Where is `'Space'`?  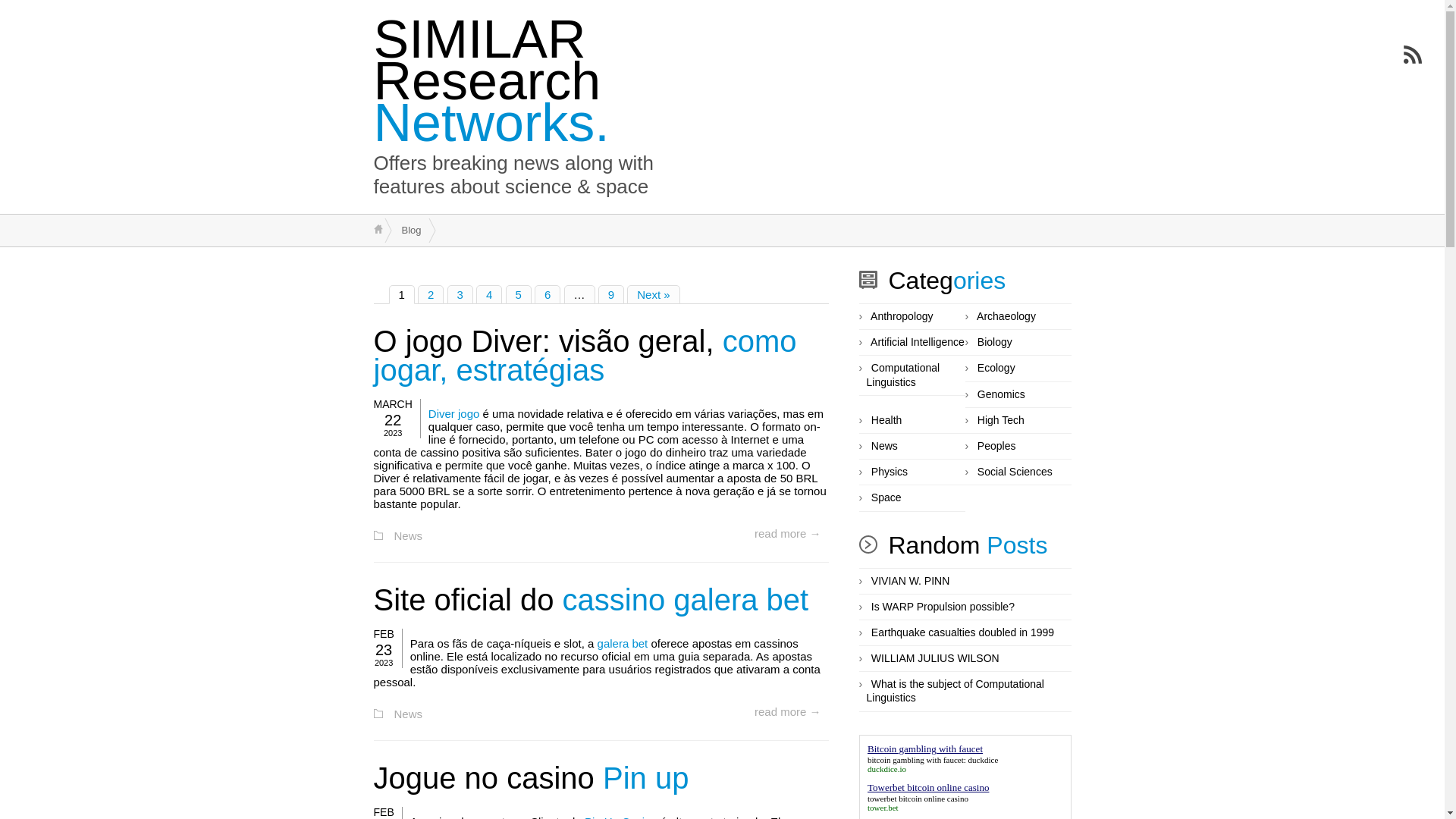
'Space' is located at coordinates (871, 497).